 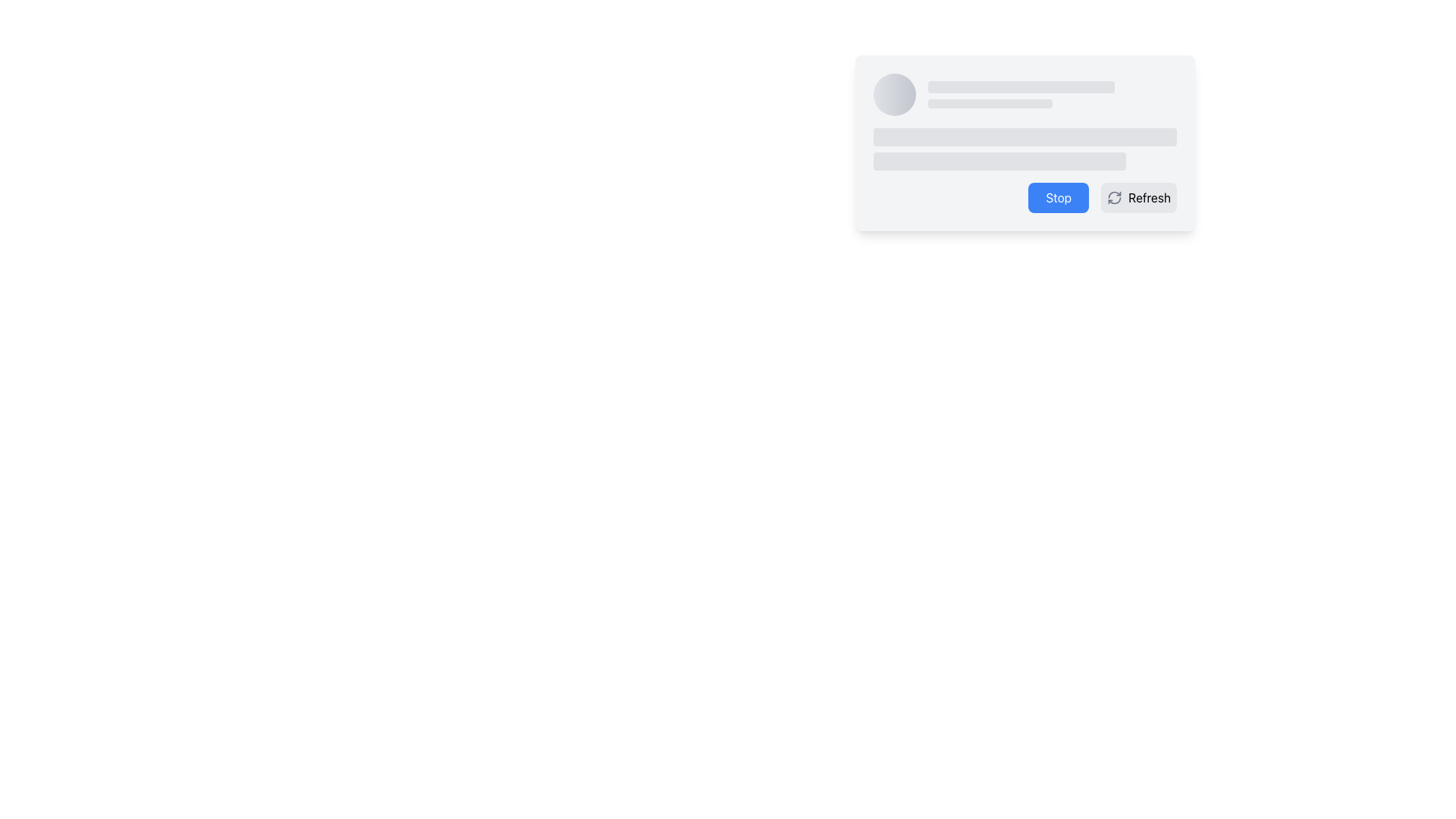 What do you see at coordinates (1025, 149) in the screenshot?
I see `the Loading Placeholder Component, which indicates a loading or skeleton state, positioned above the 'Stop' and 'Refresh' buttons` at bounding box center [1025, 149].